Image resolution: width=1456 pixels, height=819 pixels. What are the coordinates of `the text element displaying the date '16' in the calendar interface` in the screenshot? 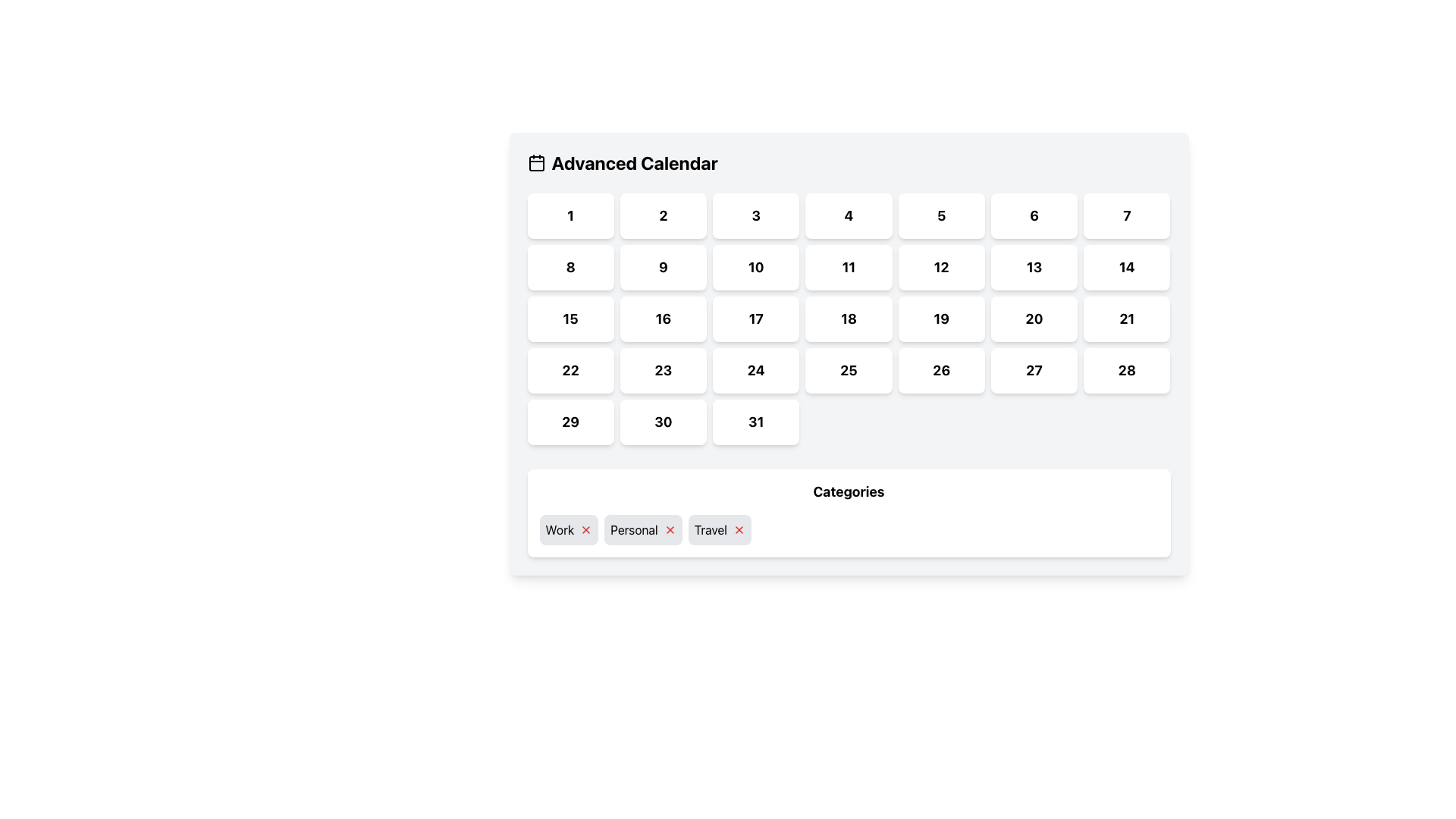 It's located at (663, 318).